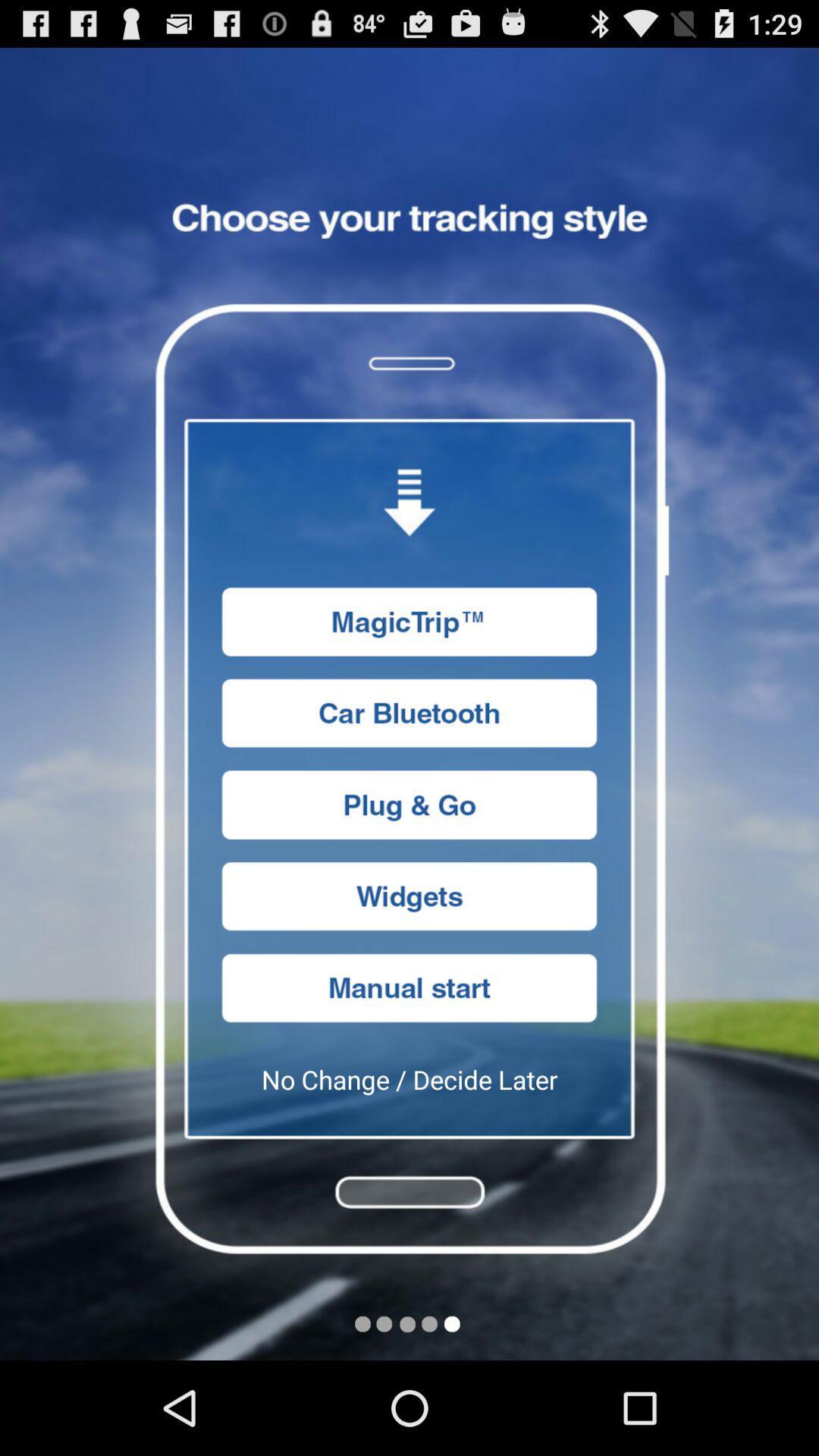 This screenshot has height=1456, width=819. I want to click on tap a feature, so click(409, 804).